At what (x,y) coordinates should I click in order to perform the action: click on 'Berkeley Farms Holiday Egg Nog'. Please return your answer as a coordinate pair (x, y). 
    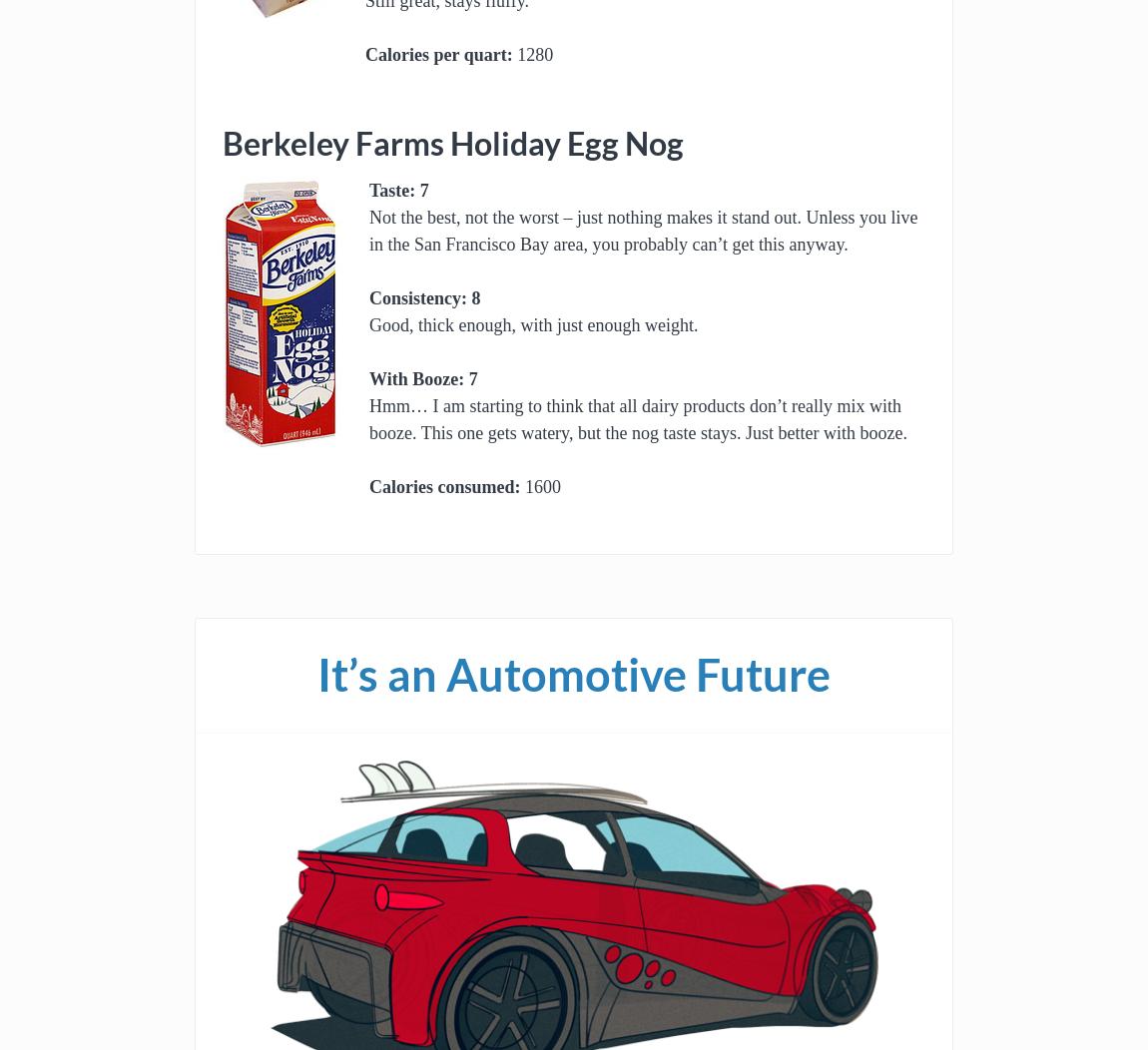
    Looking at the image, I should click on (453, 143).